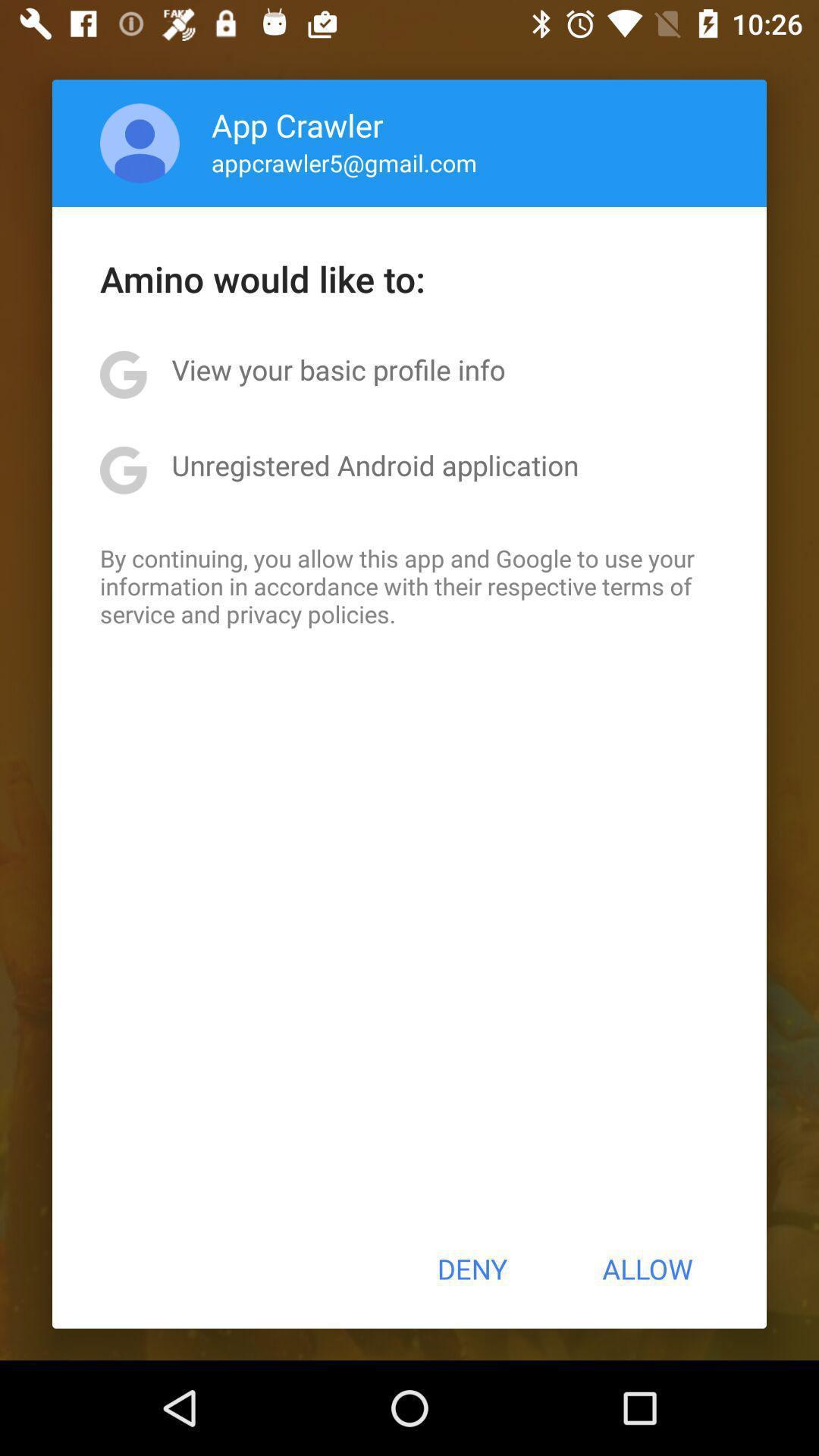  What do you see at coordinates (375, 464) in the screenshot?
I see `the unregistered android application icon` at bounding box center [375, 464].